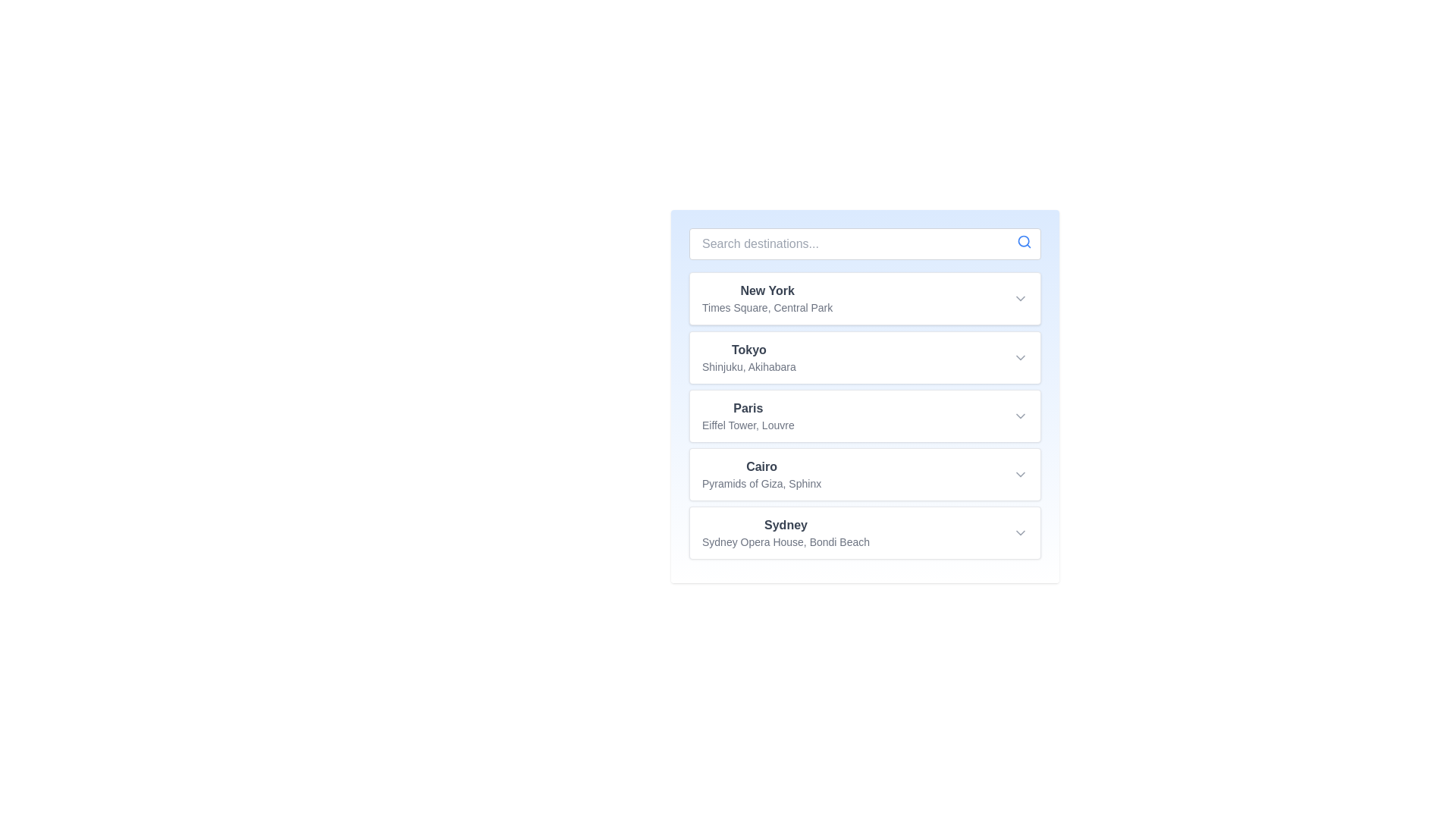 The height and width of the screenshot is (819, 1456). What do you see at coordinates (865, 415) in the screenshot?
I see `the list item representing the city of Paris` at bounding box center [865, 415].